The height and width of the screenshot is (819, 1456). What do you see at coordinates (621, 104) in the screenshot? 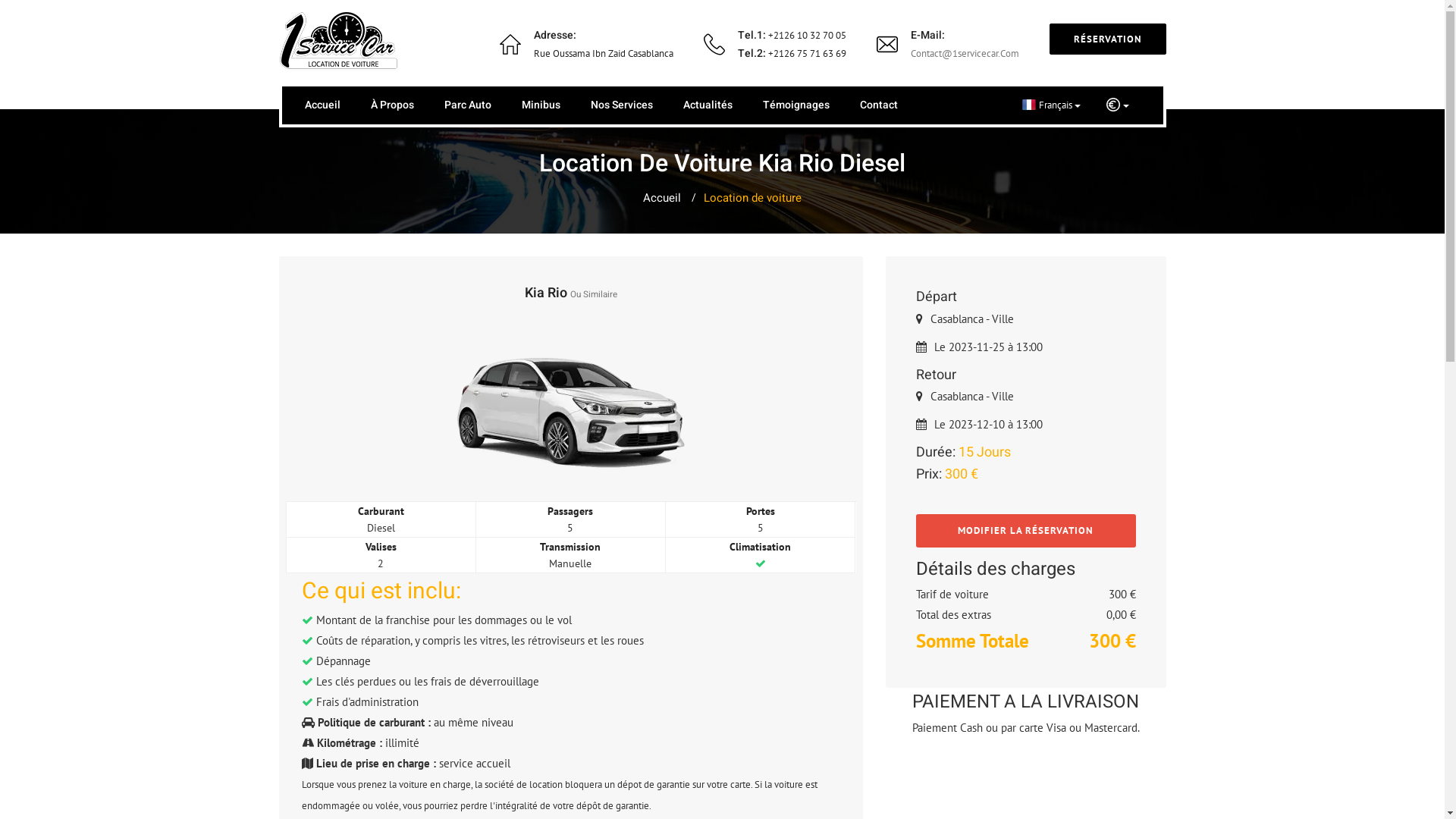
I see `'Nos Services'` at bounding box center [621, 104].